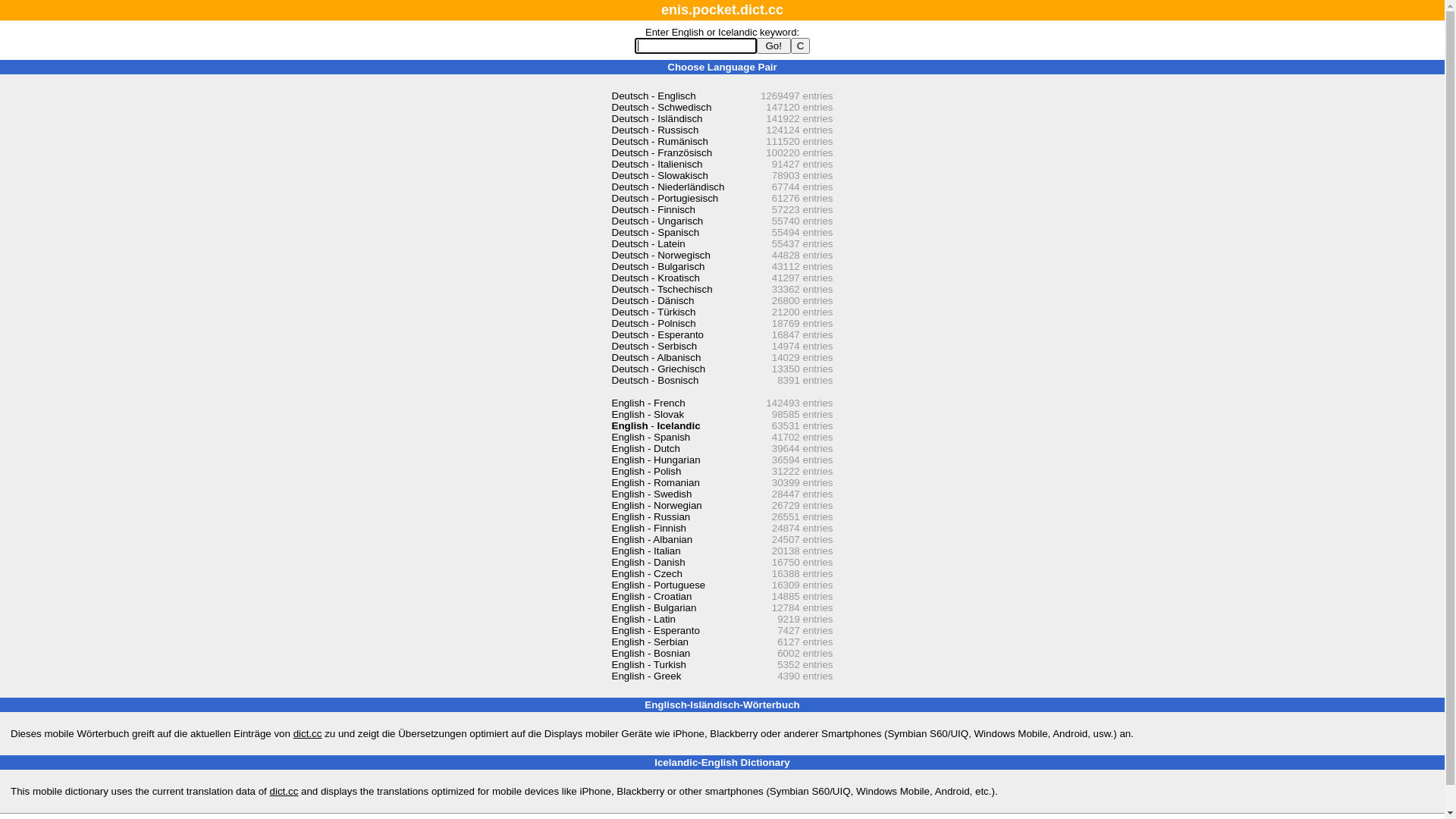 The width and height of the screenshot is (1456, 819). Describe the element at coordinates (654, 346) in the screenshot. I see `'Deutsch - Serbisch'` at that location.